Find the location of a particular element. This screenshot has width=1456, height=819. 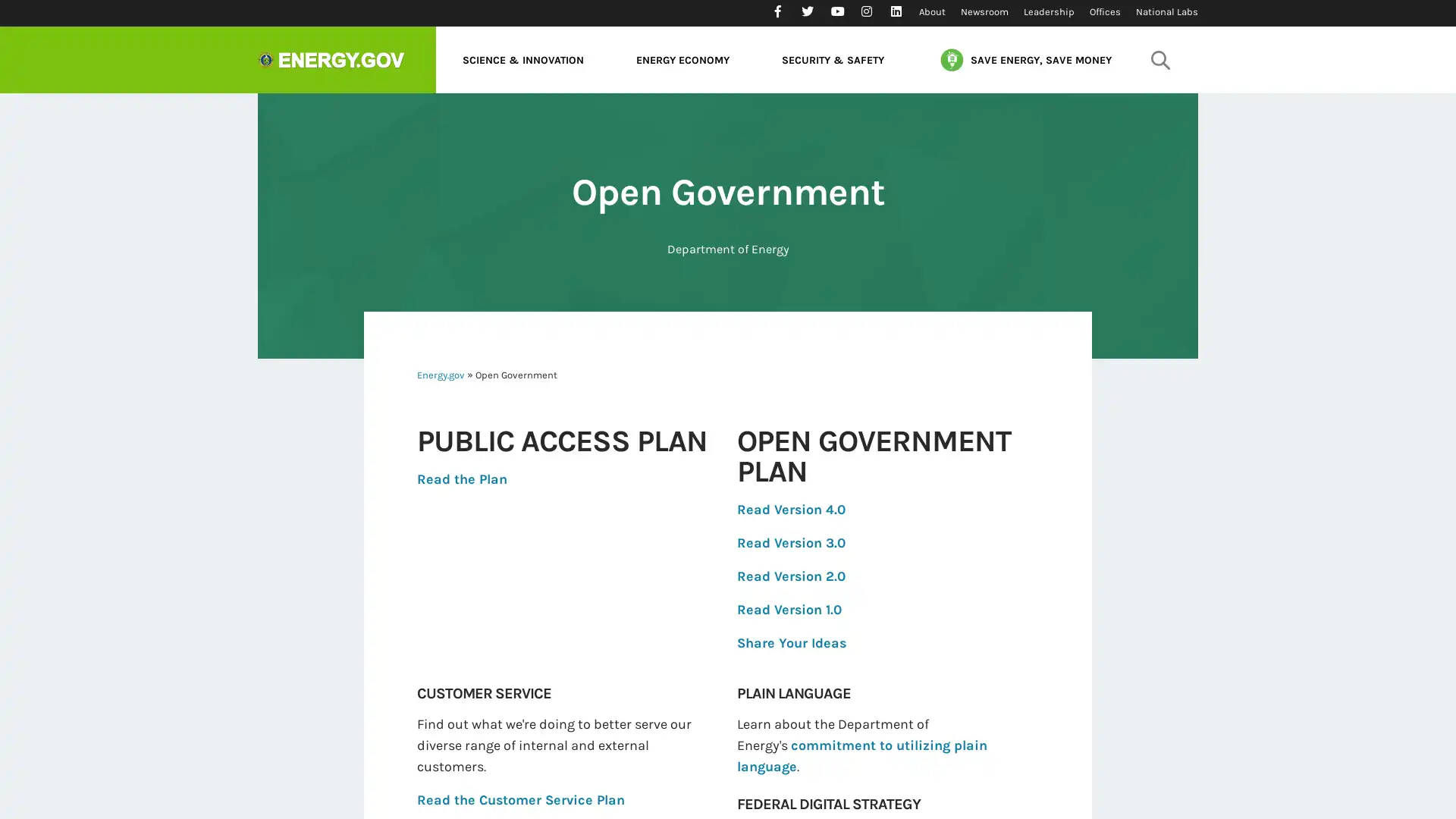

submit is located at coordinates (1159, 58).